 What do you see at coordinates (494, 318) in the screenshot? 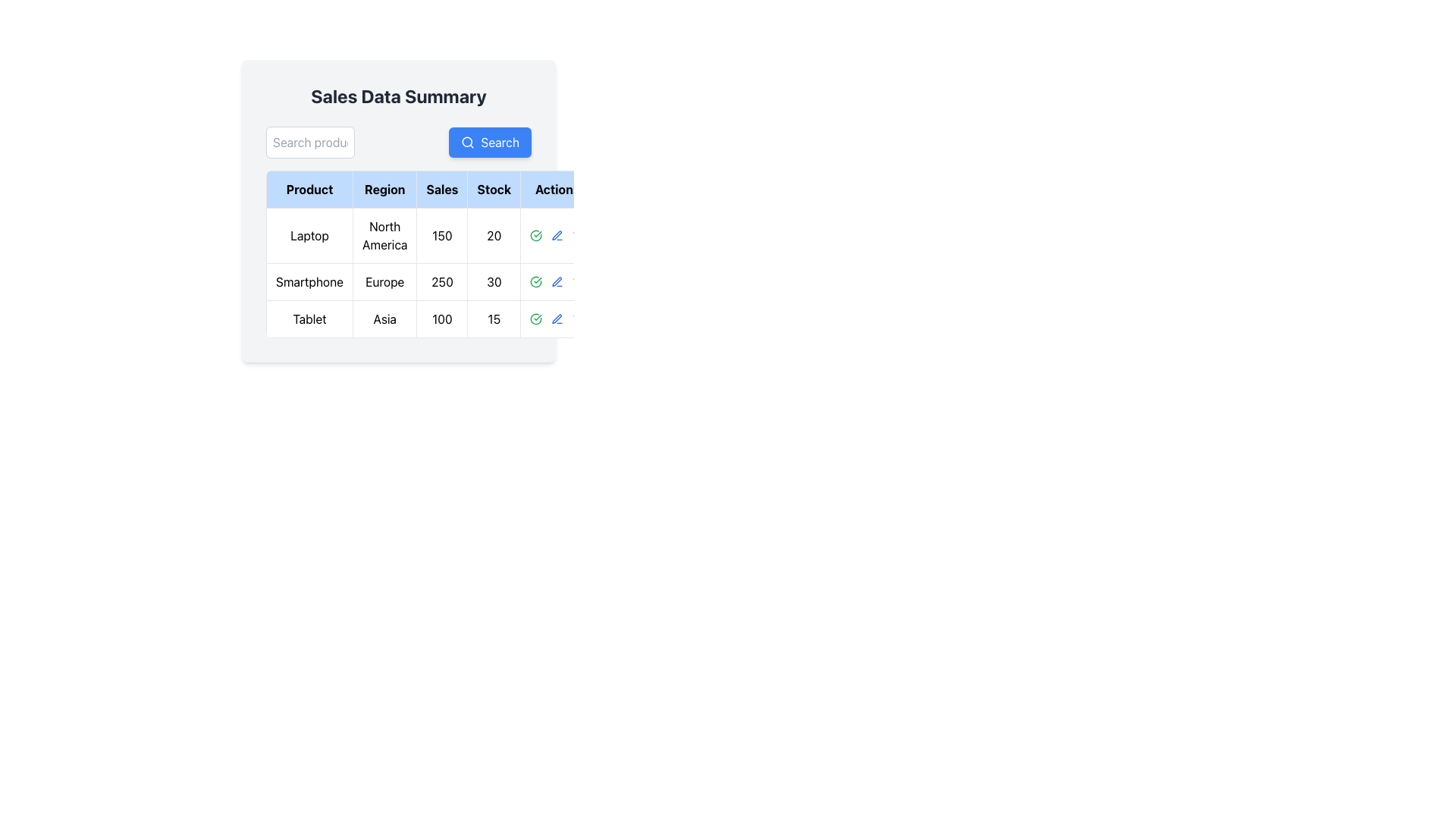
I see `the fourth cell in the 'Stock' column displaying the stock count for the 'Tablet' product in the bottom-most row of the main data table` at bounding box center [494, 318].